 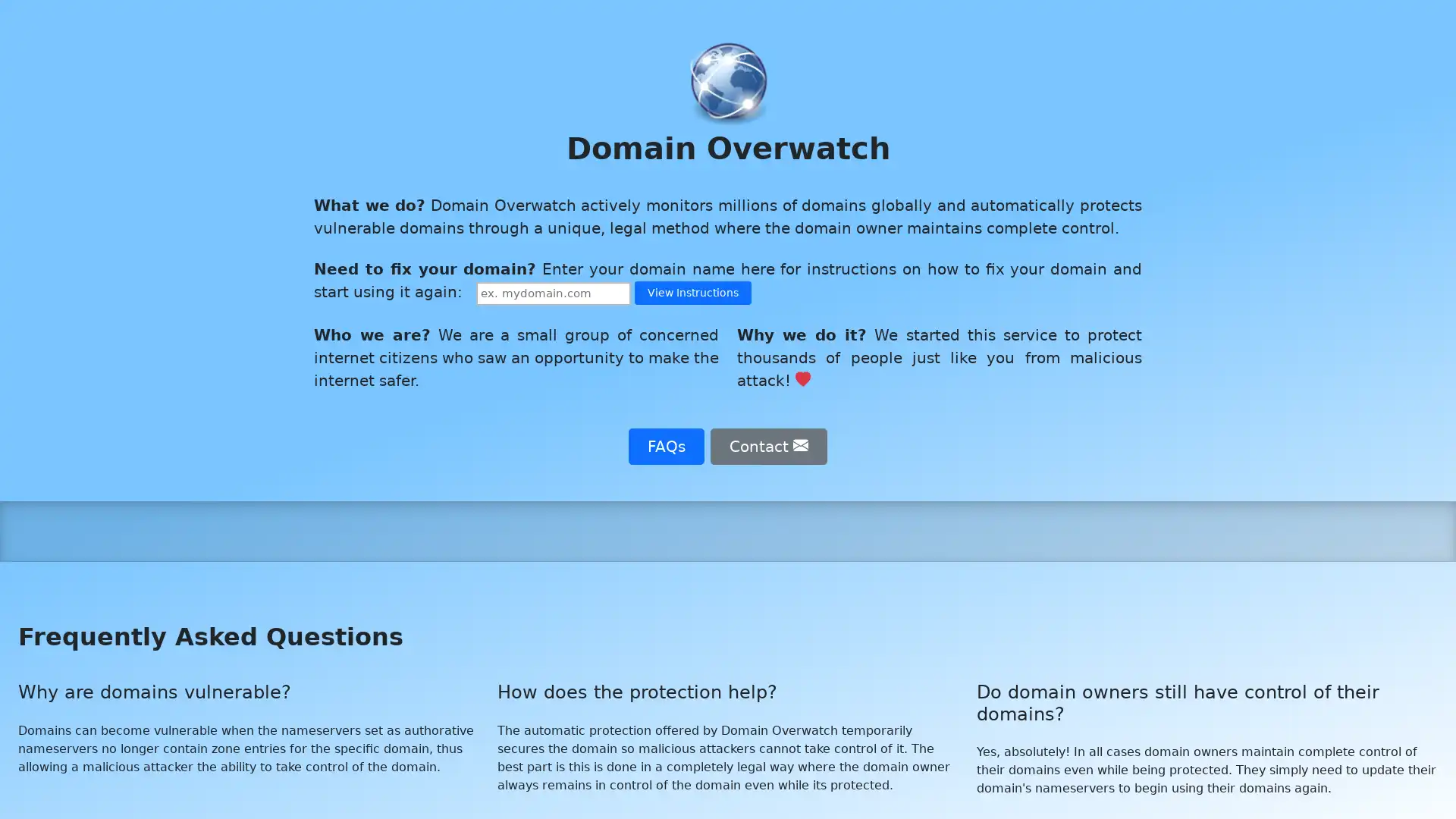 I want to click on View Instructions, so click(x=692, y=293).